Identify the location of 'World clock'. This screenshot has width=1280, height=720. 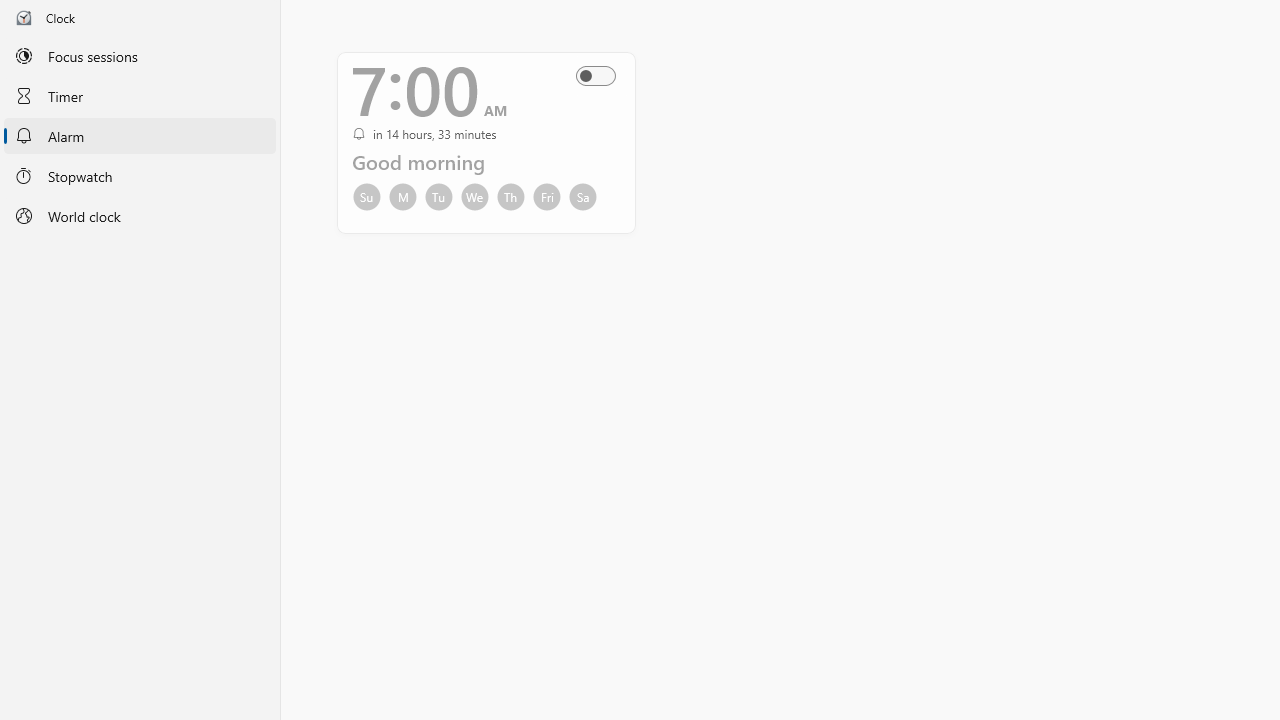
(139, 216).